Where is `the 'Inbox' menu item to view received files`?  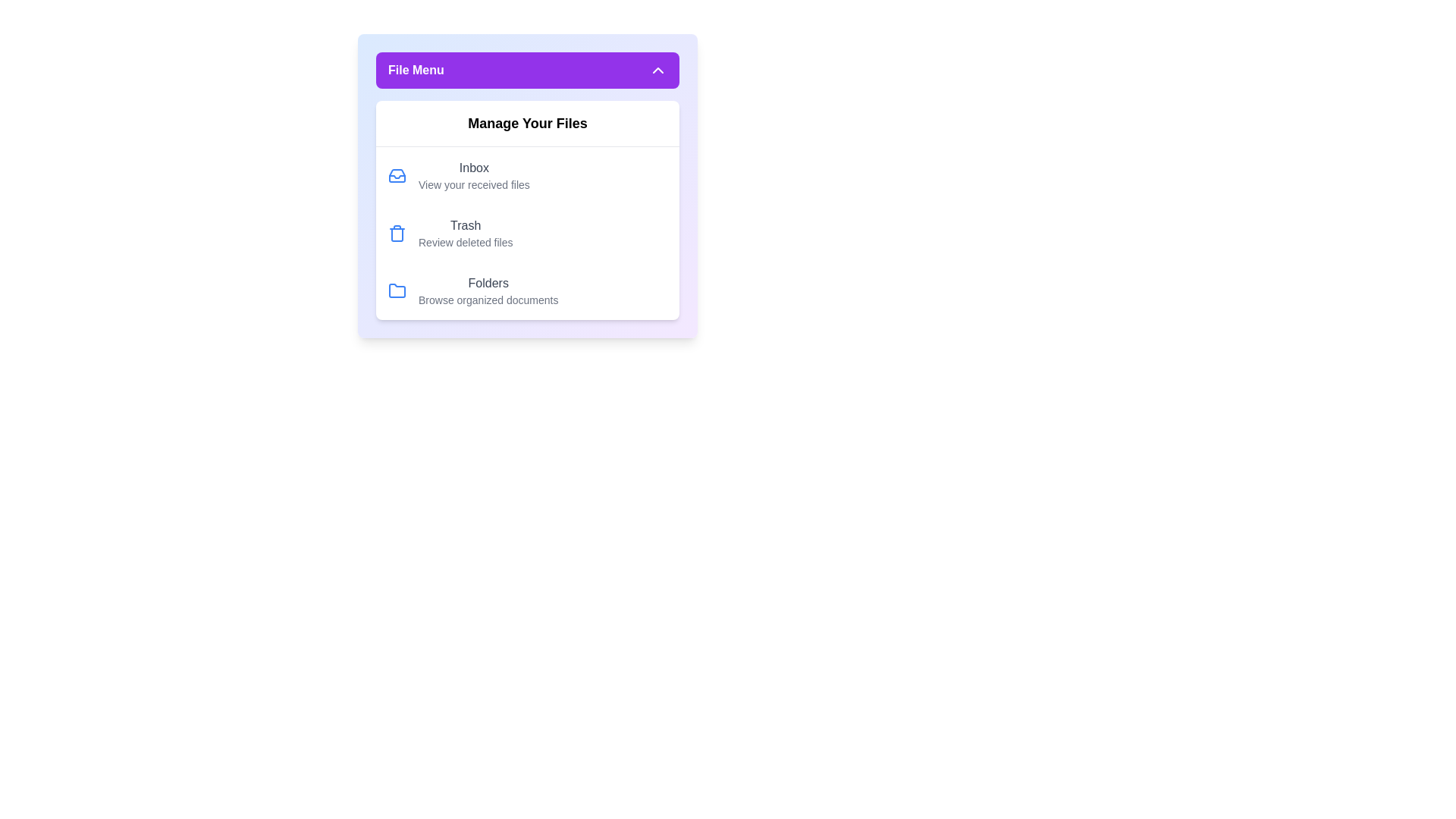
the 'Inbox' menu item to view received files is located at coordinates (457, 174).